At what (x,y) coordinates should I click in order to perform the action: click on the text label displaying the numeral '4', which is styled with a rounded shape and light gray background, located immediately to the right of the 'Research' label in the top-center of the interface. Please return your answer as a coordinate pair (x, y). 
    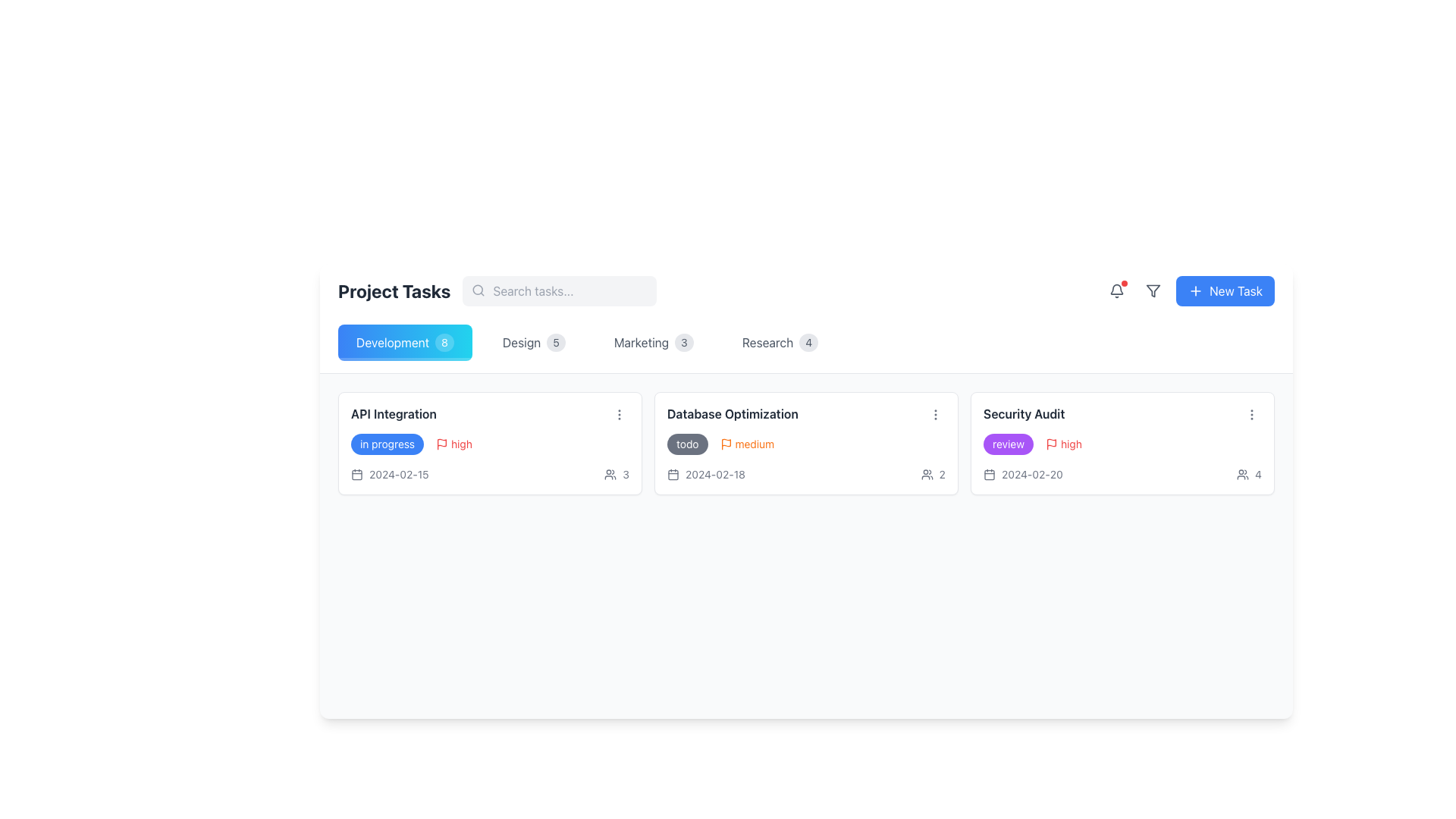
    Looking at the image, I should click on (808, 342).